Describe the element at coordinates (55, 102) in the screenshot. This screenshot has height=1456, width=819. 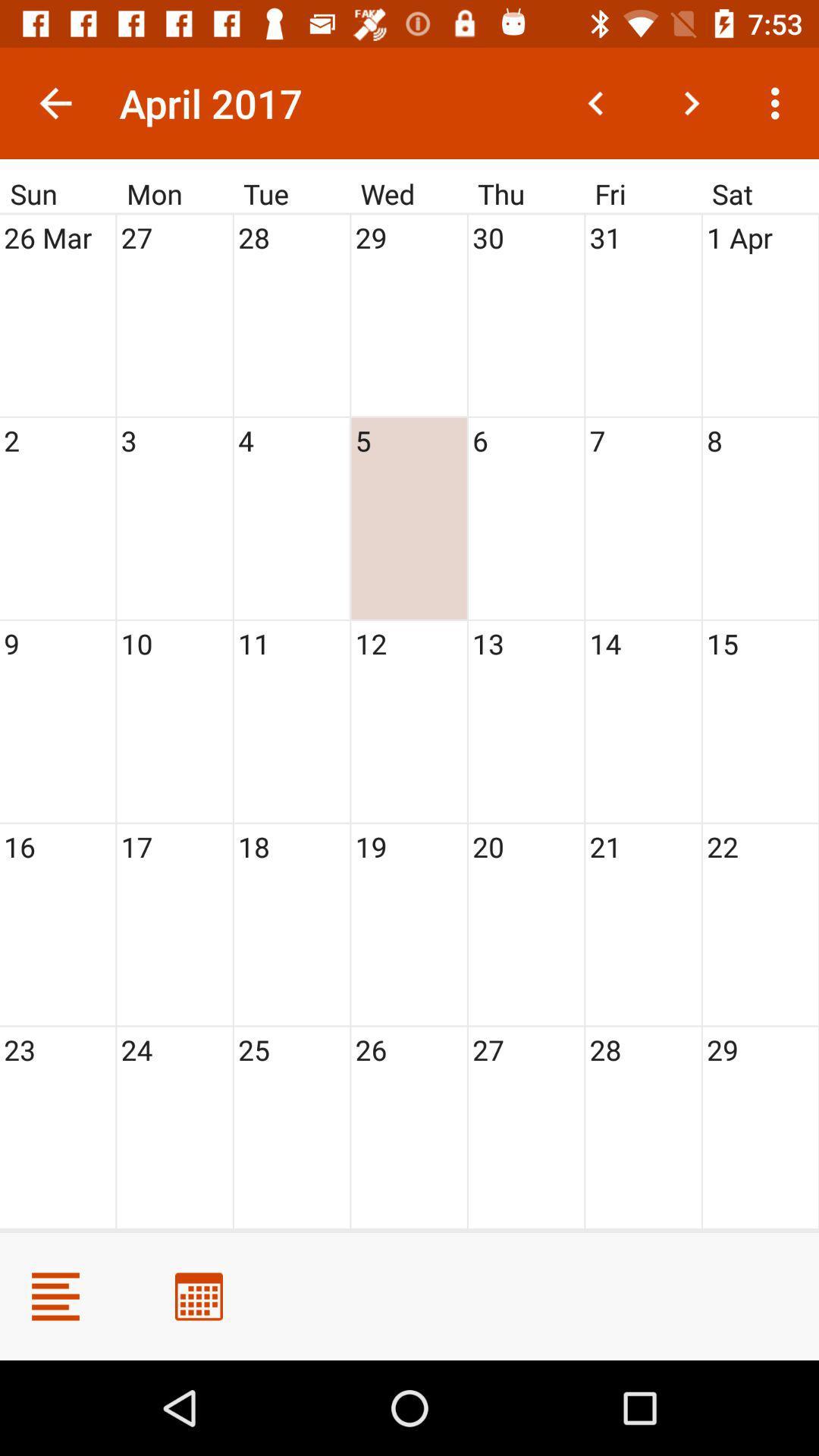
I see `item to the left of april 2017` at that location.